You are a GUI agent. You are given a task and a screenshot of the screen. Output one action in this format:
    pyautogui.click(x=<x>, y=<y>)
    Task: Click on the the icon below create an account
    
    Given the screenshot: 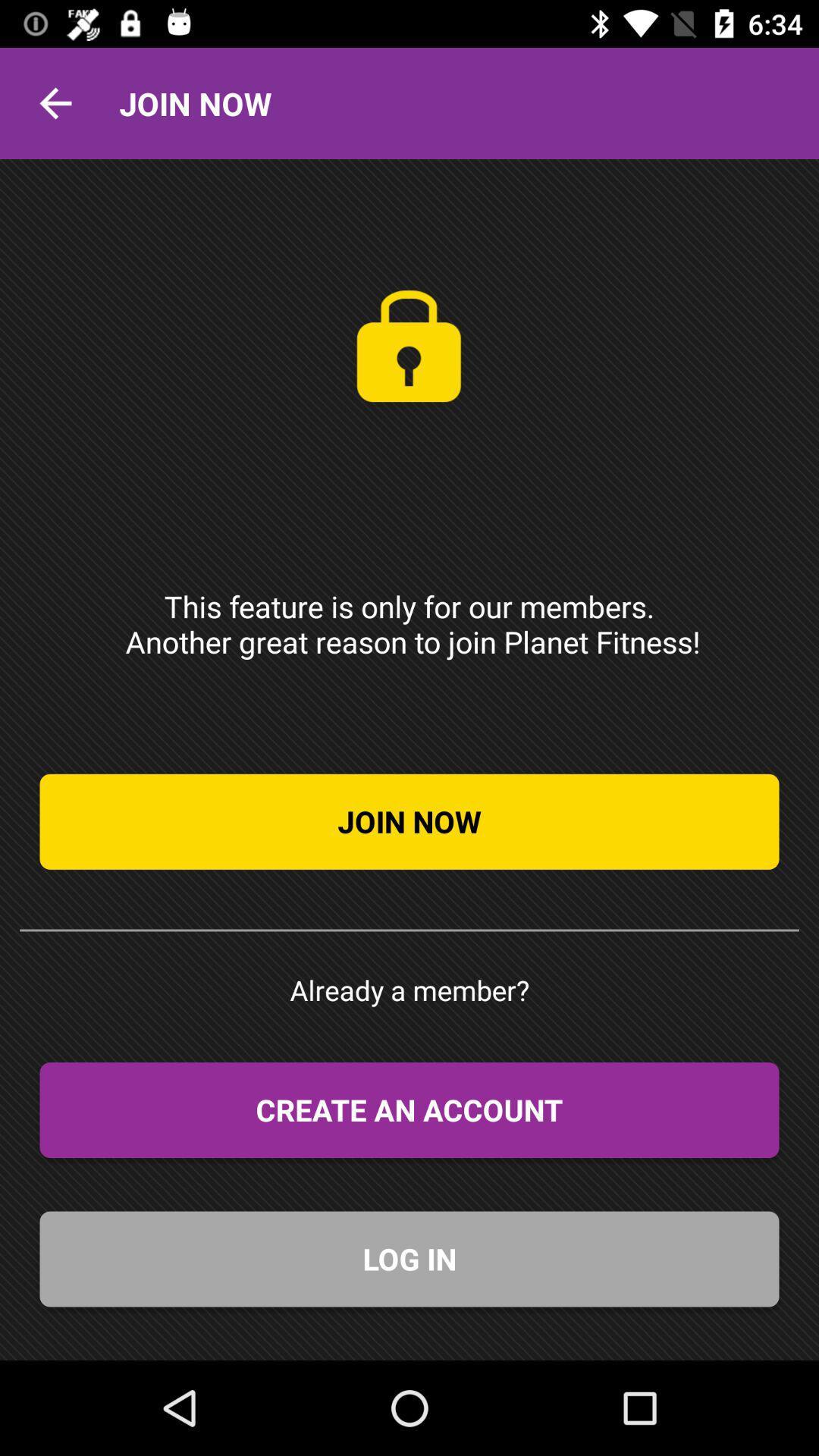 What is the action you would take?
    pyautogui.click(x=409, y=1259)
    